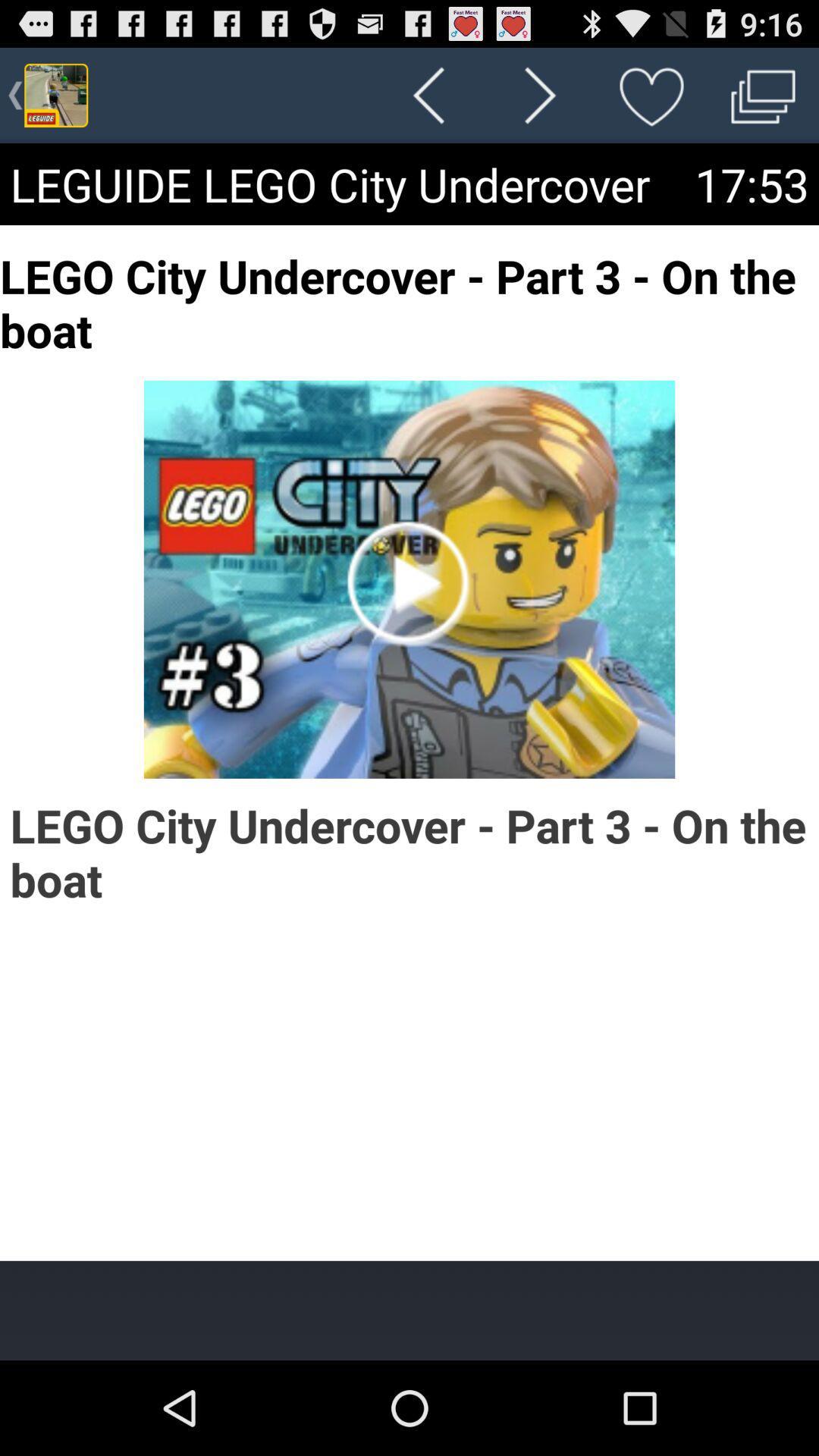 The image size is (819, 1456). Describe the element at coordinates (651, 94) in the screenshot. I see `the icon above the leguide lego city` at that location.